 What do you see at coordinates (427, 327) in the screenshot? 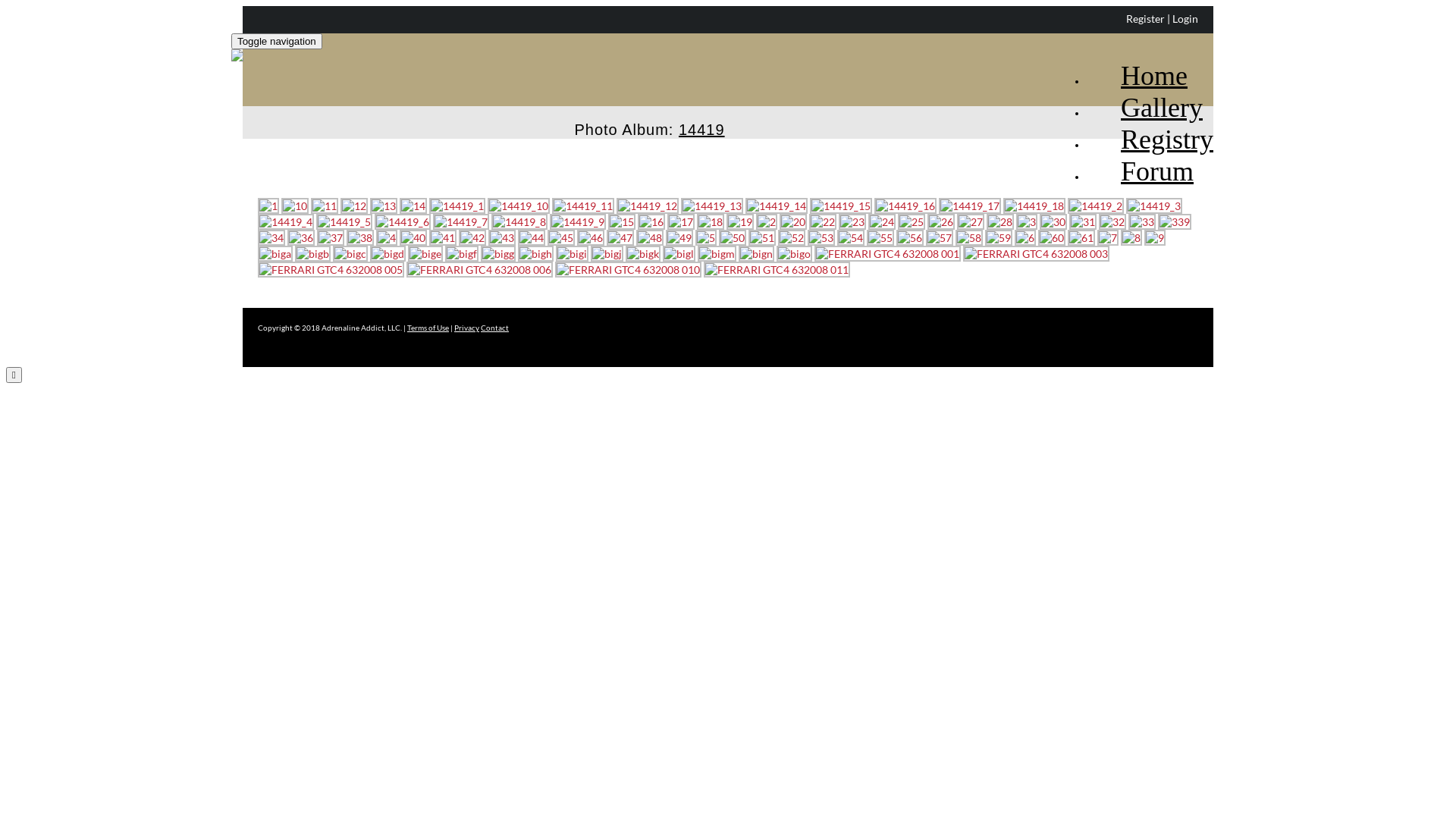
I see `'Terms of Use'` at bounding box center [427, 327].